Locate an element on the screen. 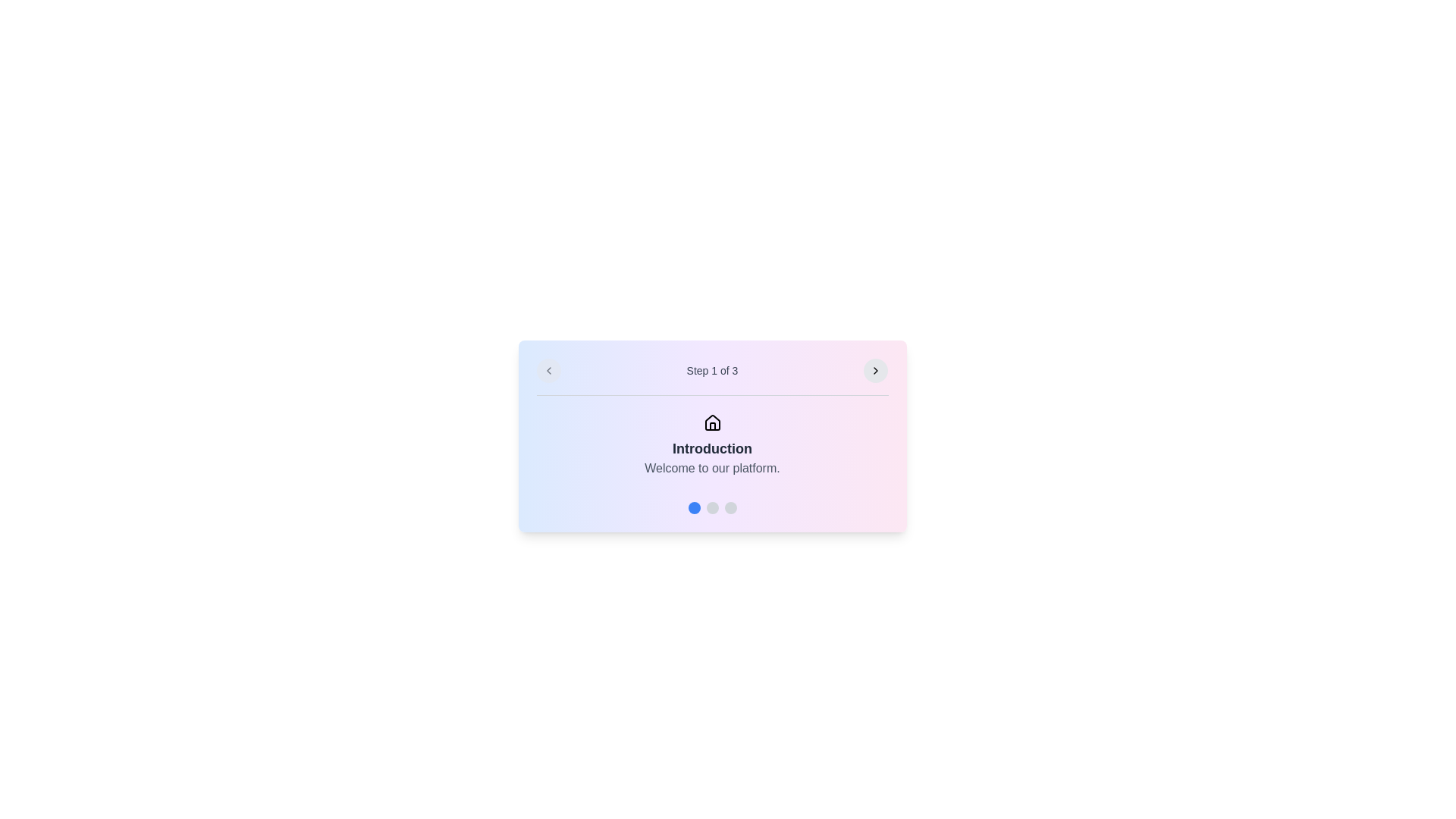 The height and width of the screenshot is (819, 1456). contextual information displayed on the introduction card, which is centrally positioned and provides guidance for the current step in the wizard interface is located at coordinates (711, 436).